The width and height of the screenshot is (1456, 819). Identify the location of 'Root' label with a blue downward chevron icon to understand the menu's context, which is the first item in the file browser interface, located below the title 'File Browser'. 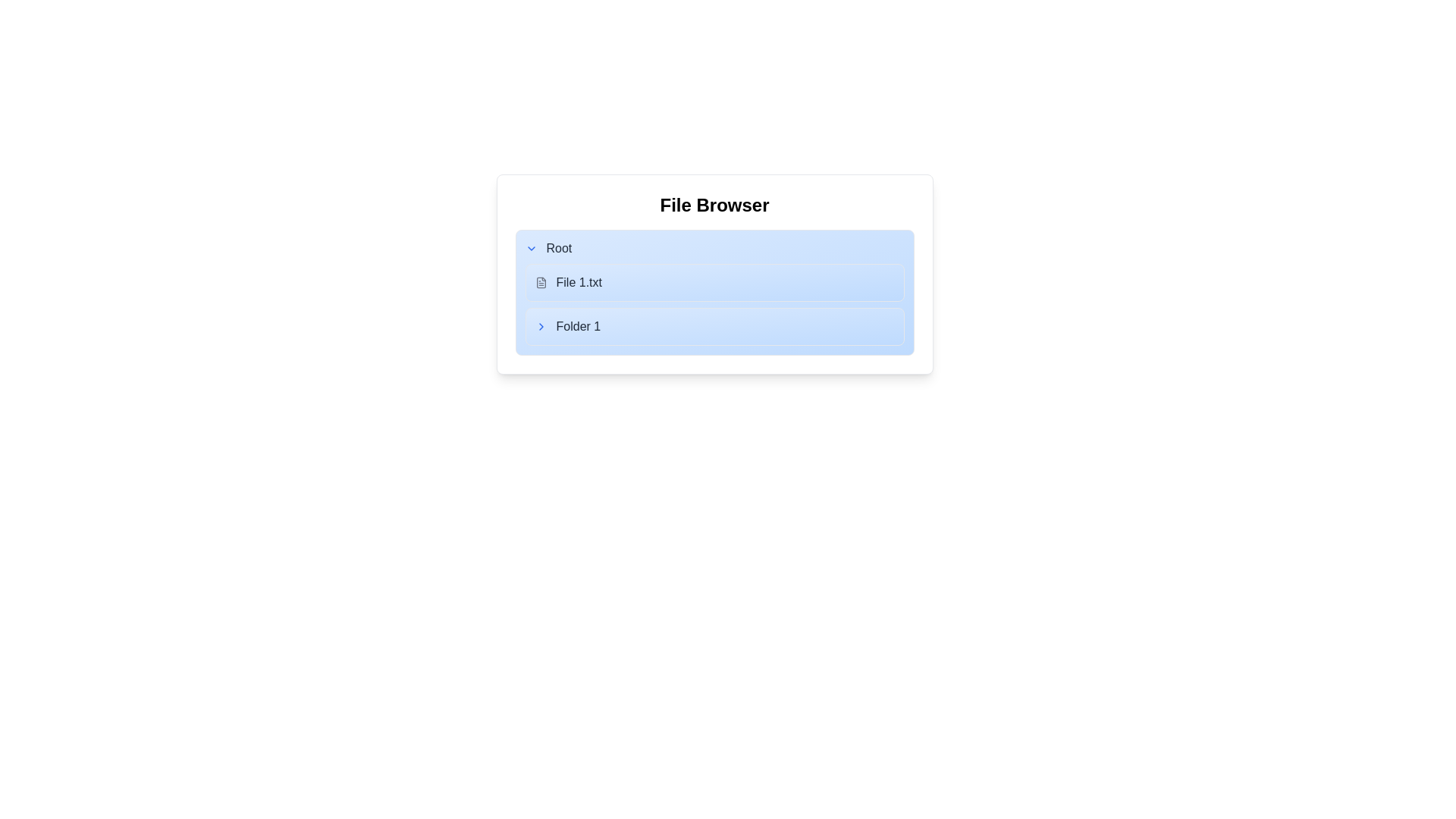
(548, 247).